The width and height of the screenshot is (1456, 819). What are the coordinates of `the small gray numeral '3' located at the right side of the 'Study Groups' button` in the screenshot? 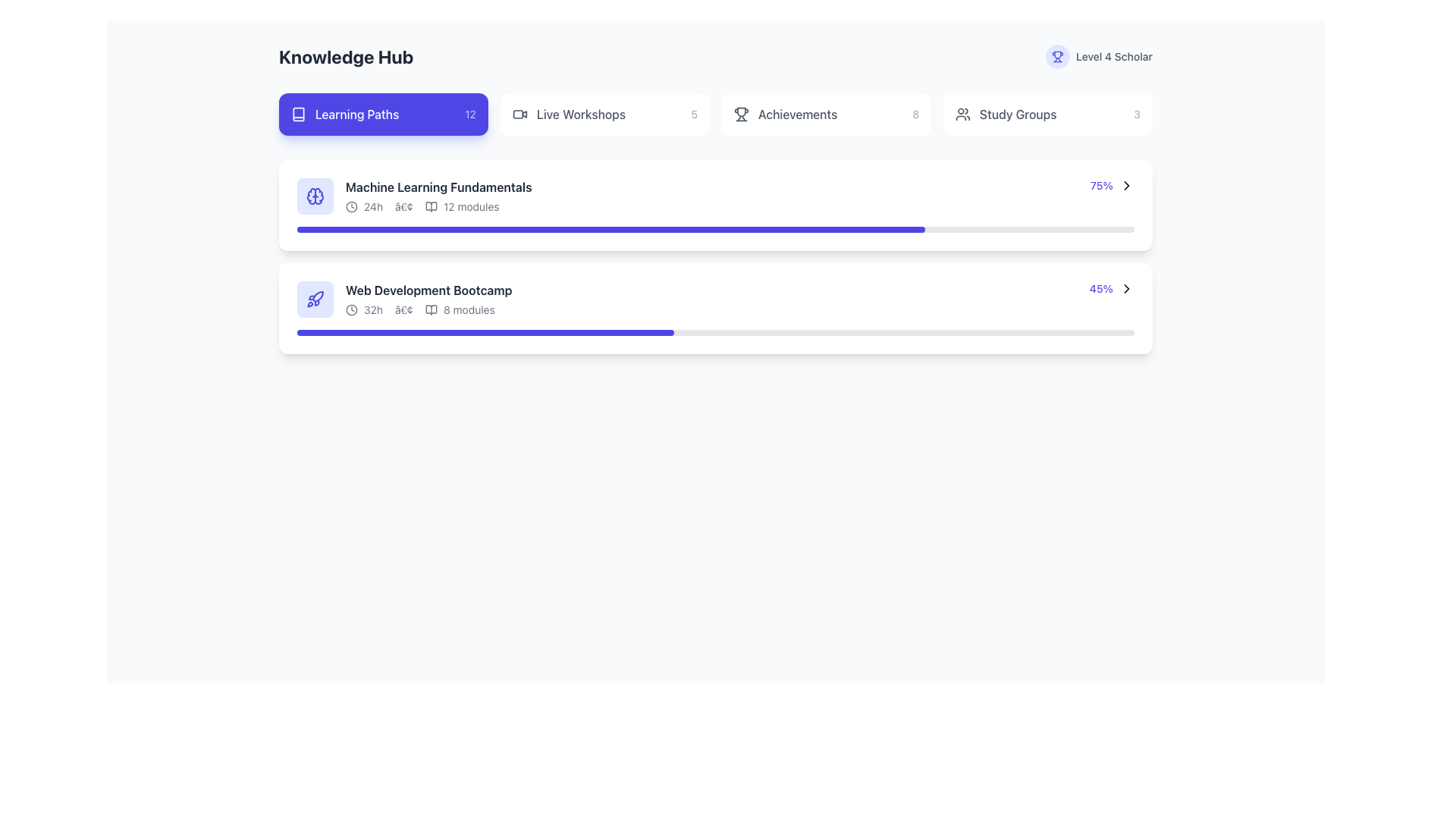 It's located at (1137, 113).